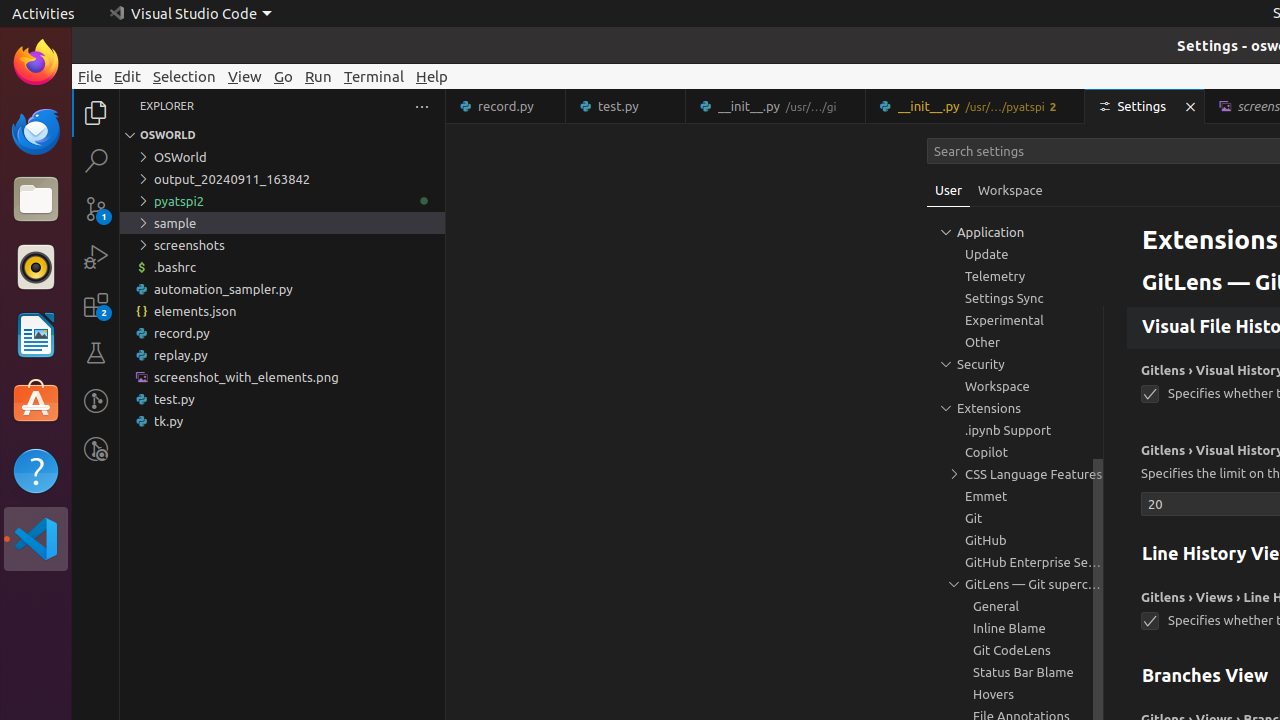  I want to click on 'GitHub Enterprise Server Authentication Provider, group', so click(1015, 562).